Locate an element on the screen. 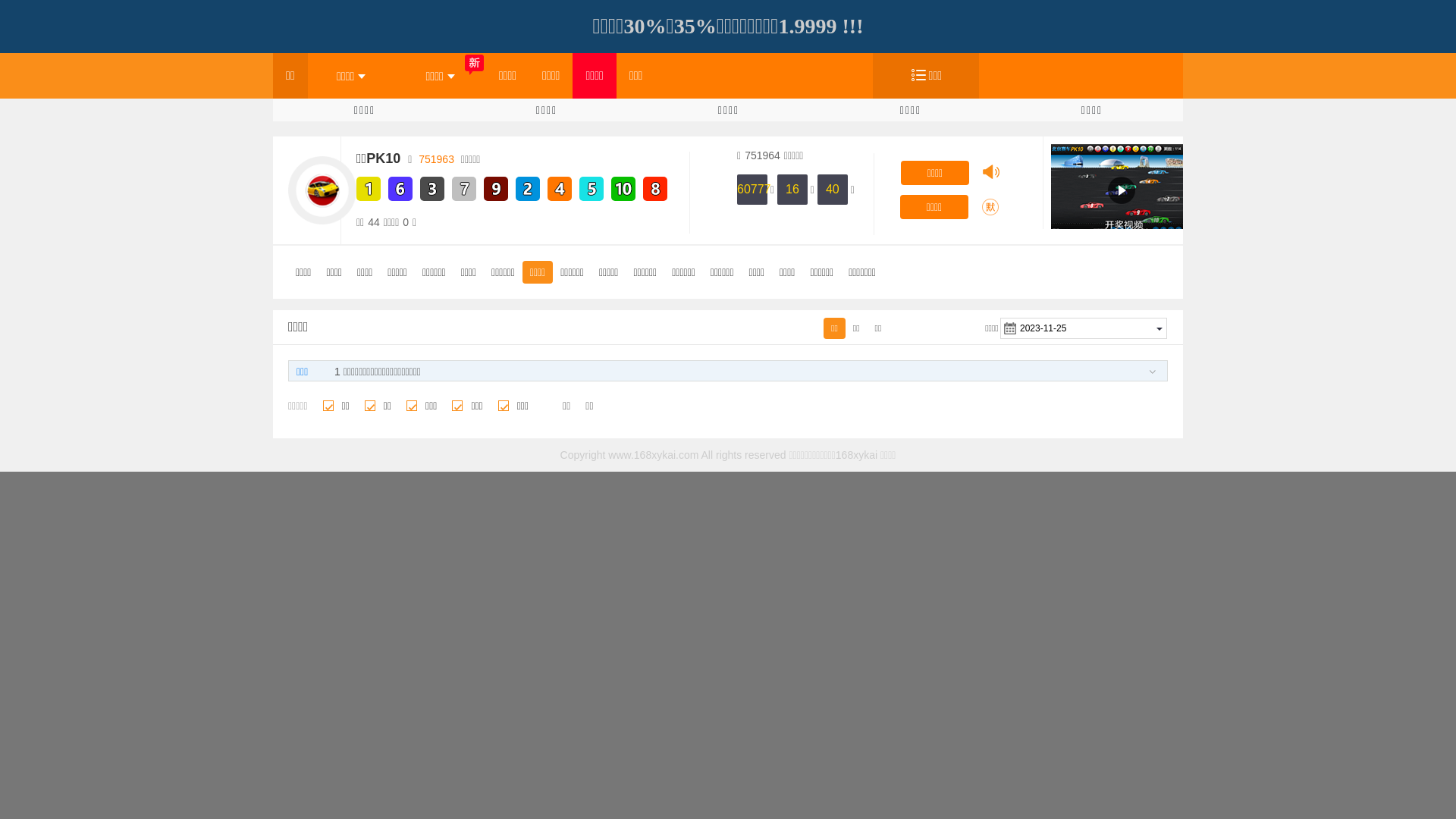  'www.168xykai.com' is located at coordinates (653, 454).